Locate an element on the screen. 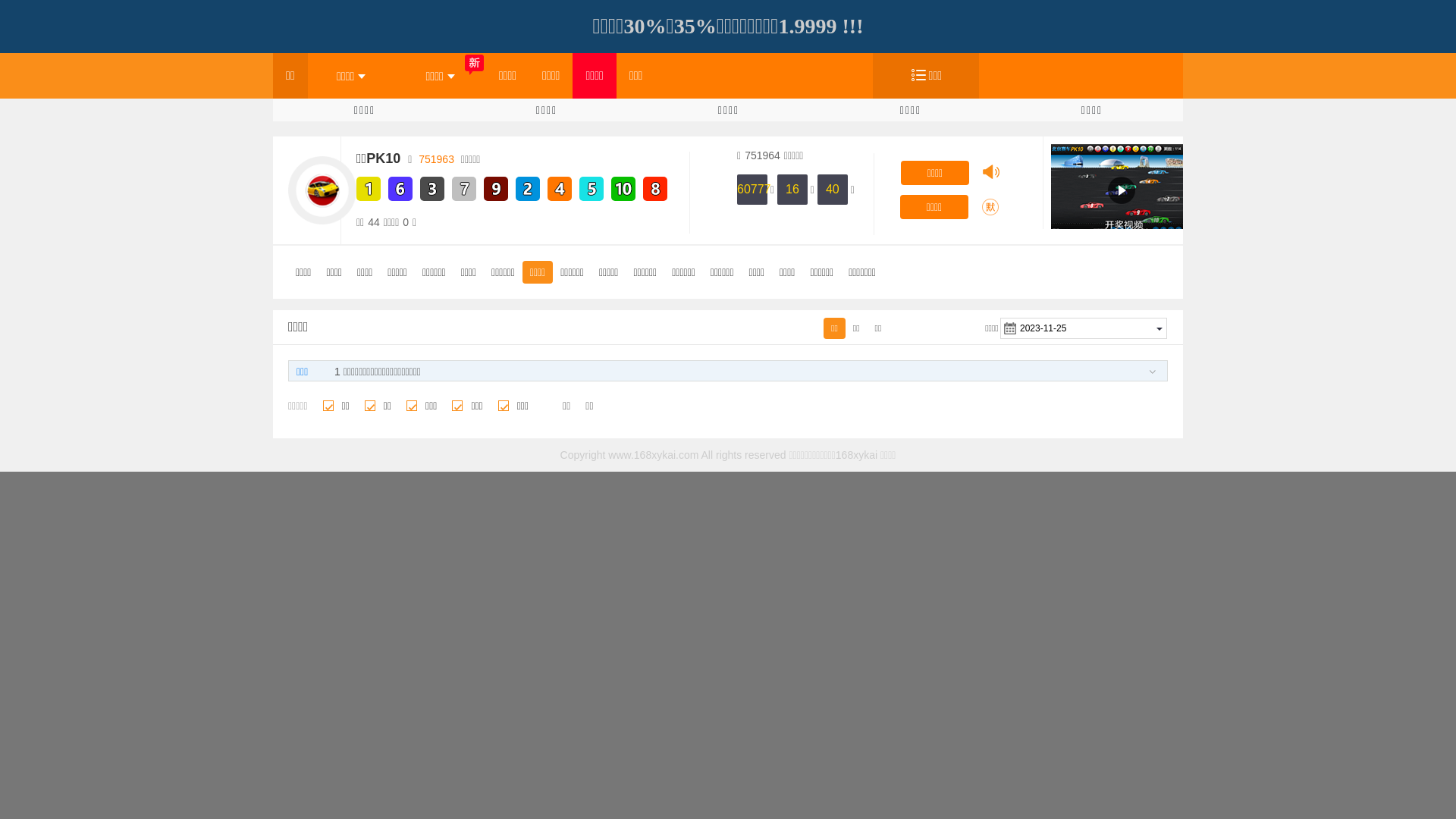  'www.168xykai.com' is located at coordinates (653, 454).